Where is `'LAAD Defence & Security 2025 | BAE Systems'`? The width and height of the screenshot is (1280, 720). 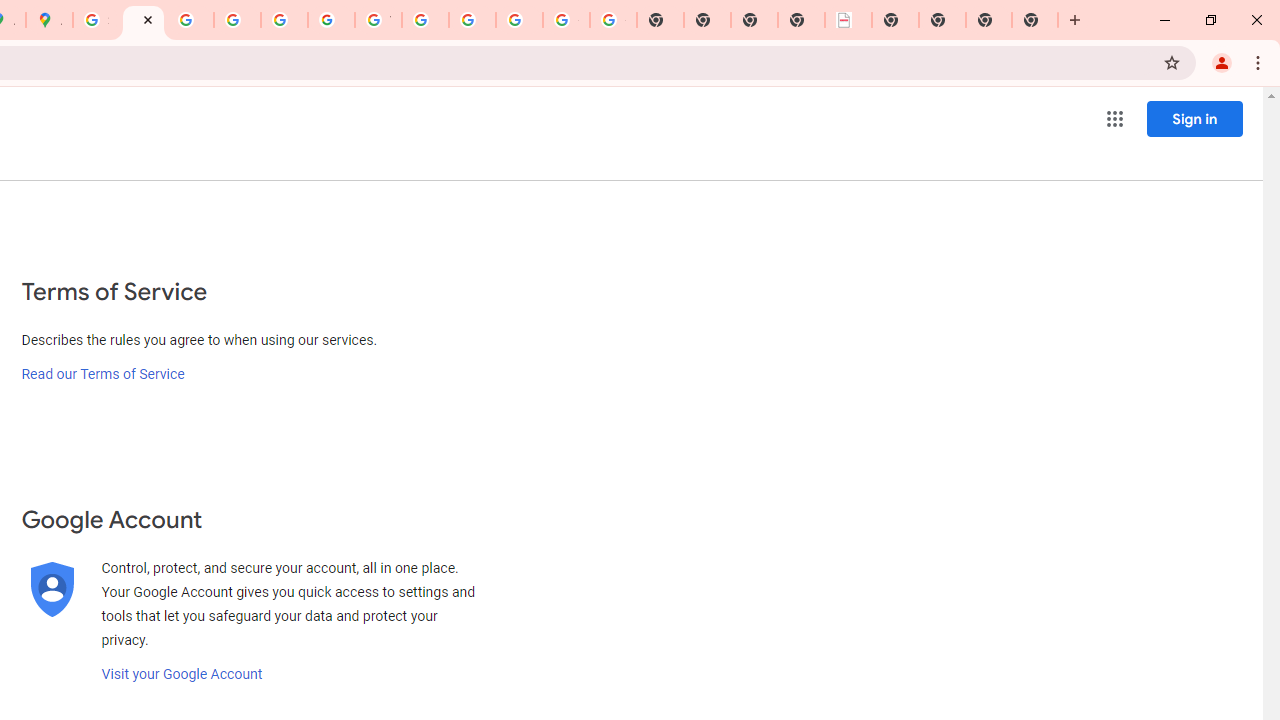 'LAAD Defence & Security 2025 | BAE Systems' is located at coordinates (848, 20).